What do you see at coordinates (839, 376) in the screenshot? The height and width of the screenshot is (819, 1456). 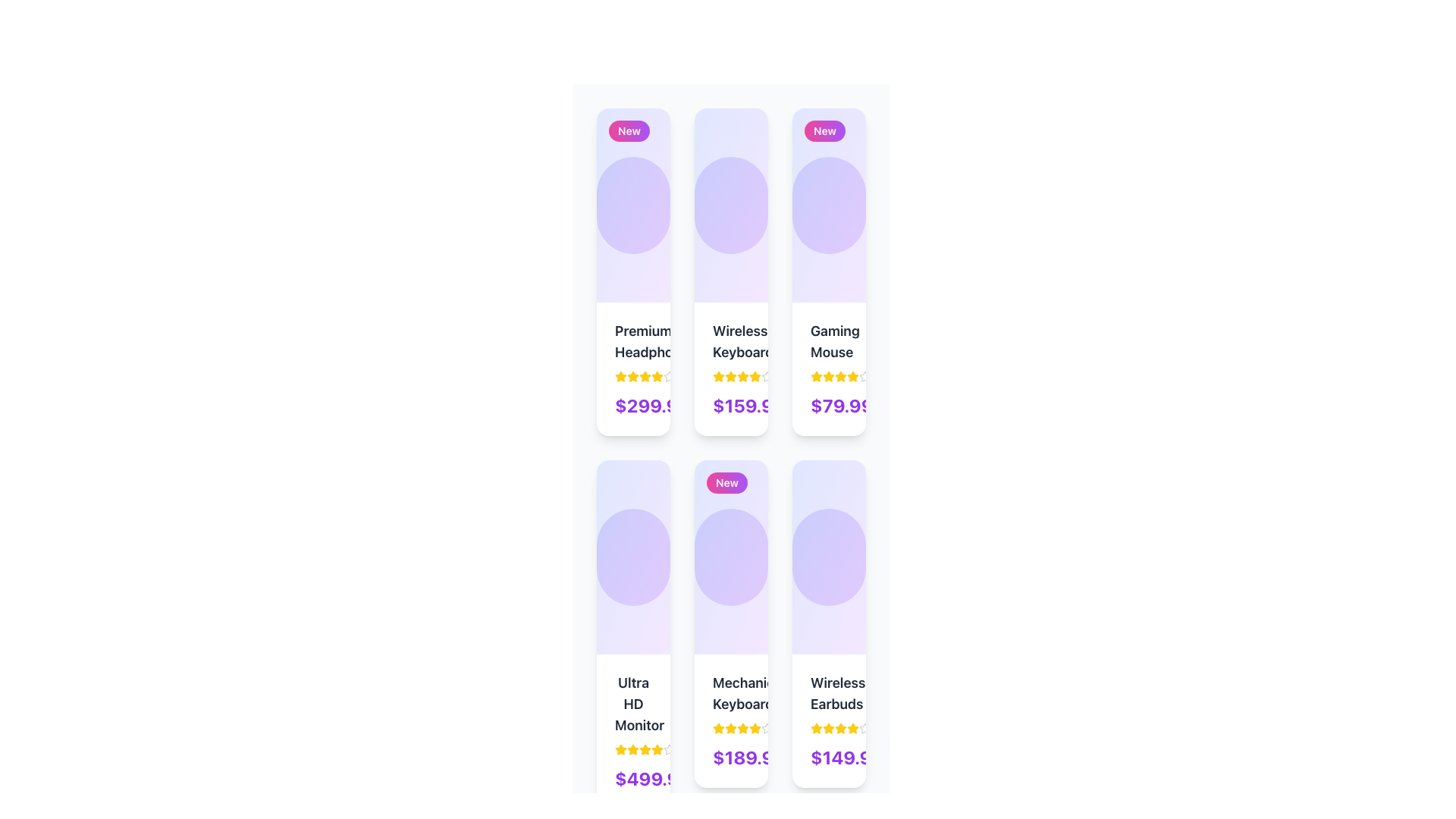 I see `the fifth yellow star icon used for ratings, located under the item titled 'Gaming Mouse', in the top-right of the visible list` at bounding box center [839, 376].